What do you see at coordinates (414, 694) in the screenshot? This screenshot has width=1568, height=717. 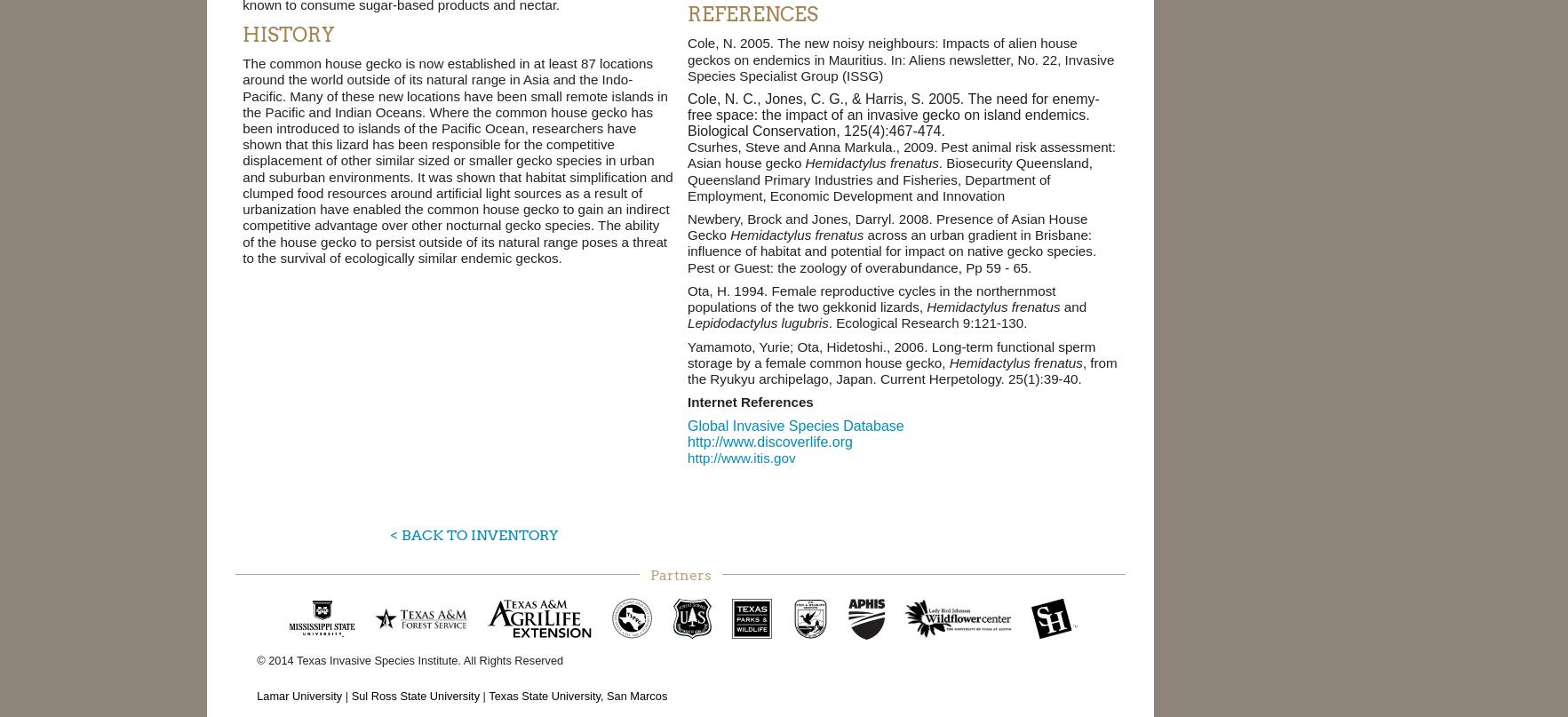 I see `'Sul Ross State University'` at bounding box center [414, 694].